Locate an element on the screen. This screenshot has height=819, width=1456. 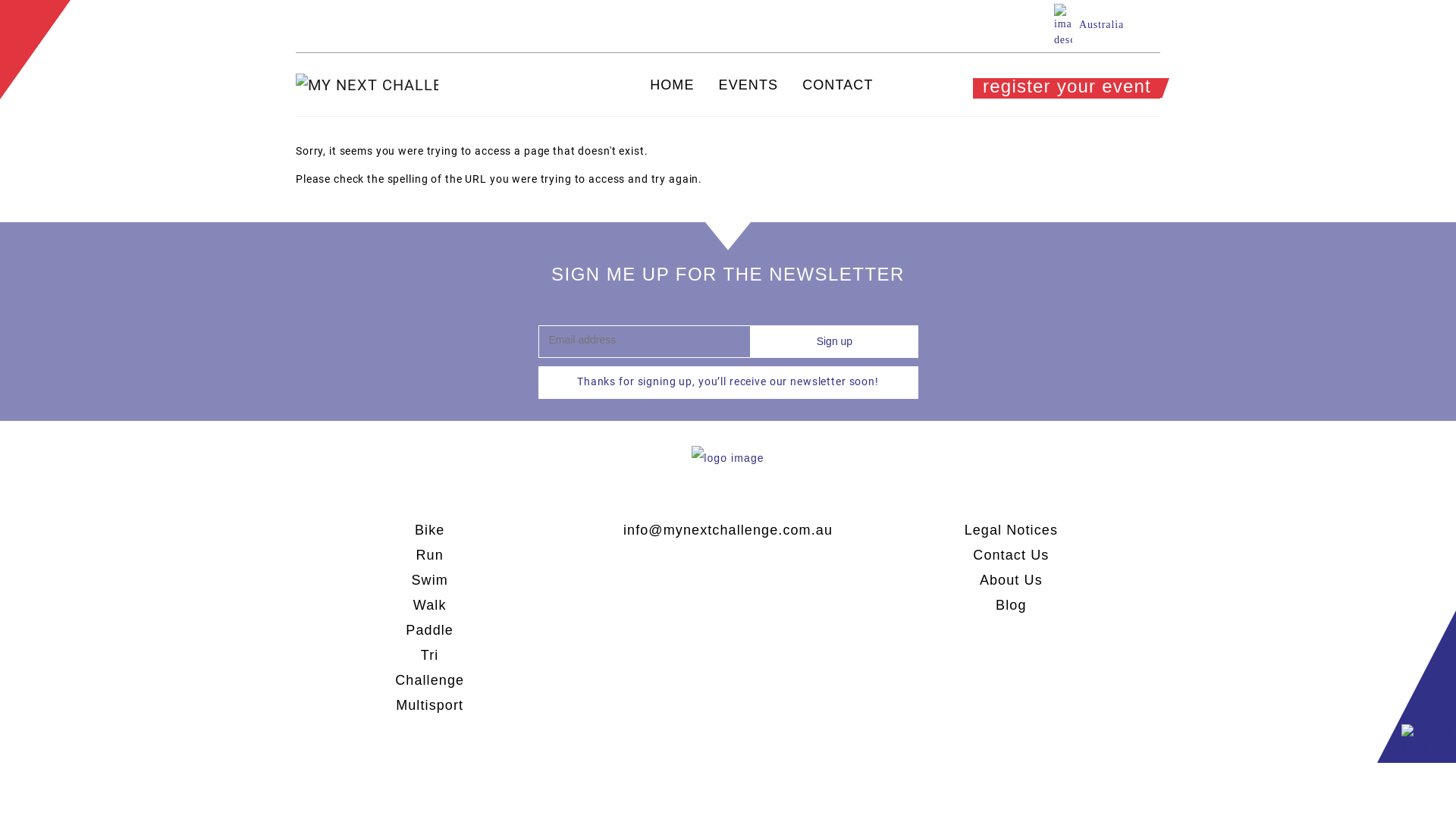
'Legal Notices' is located at coordinates (1011, 529).